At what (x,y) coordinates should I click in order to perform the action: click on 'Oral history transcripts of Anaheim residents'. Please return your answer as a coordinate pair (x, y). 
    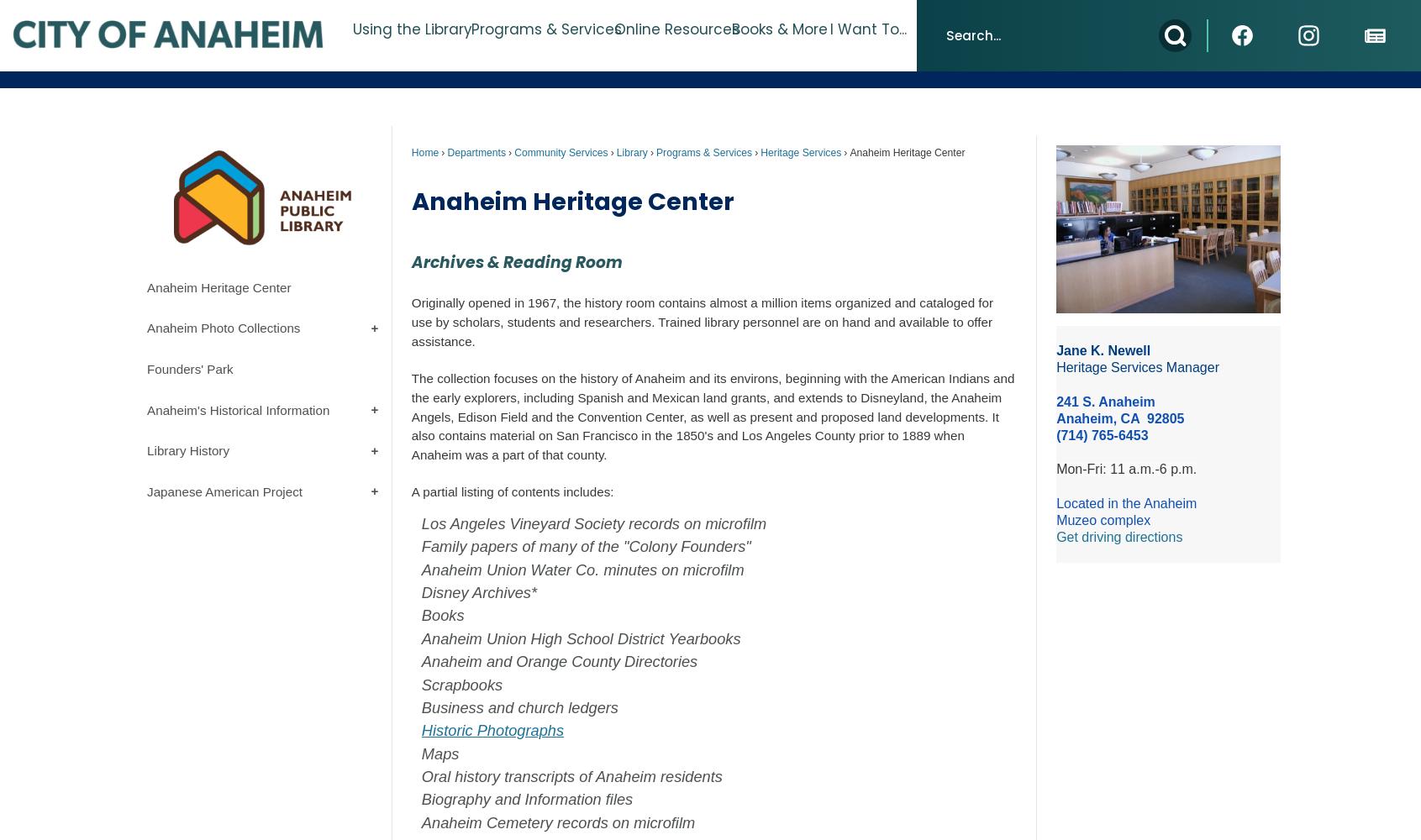
    Looking at the image, I should click on (572, 775).